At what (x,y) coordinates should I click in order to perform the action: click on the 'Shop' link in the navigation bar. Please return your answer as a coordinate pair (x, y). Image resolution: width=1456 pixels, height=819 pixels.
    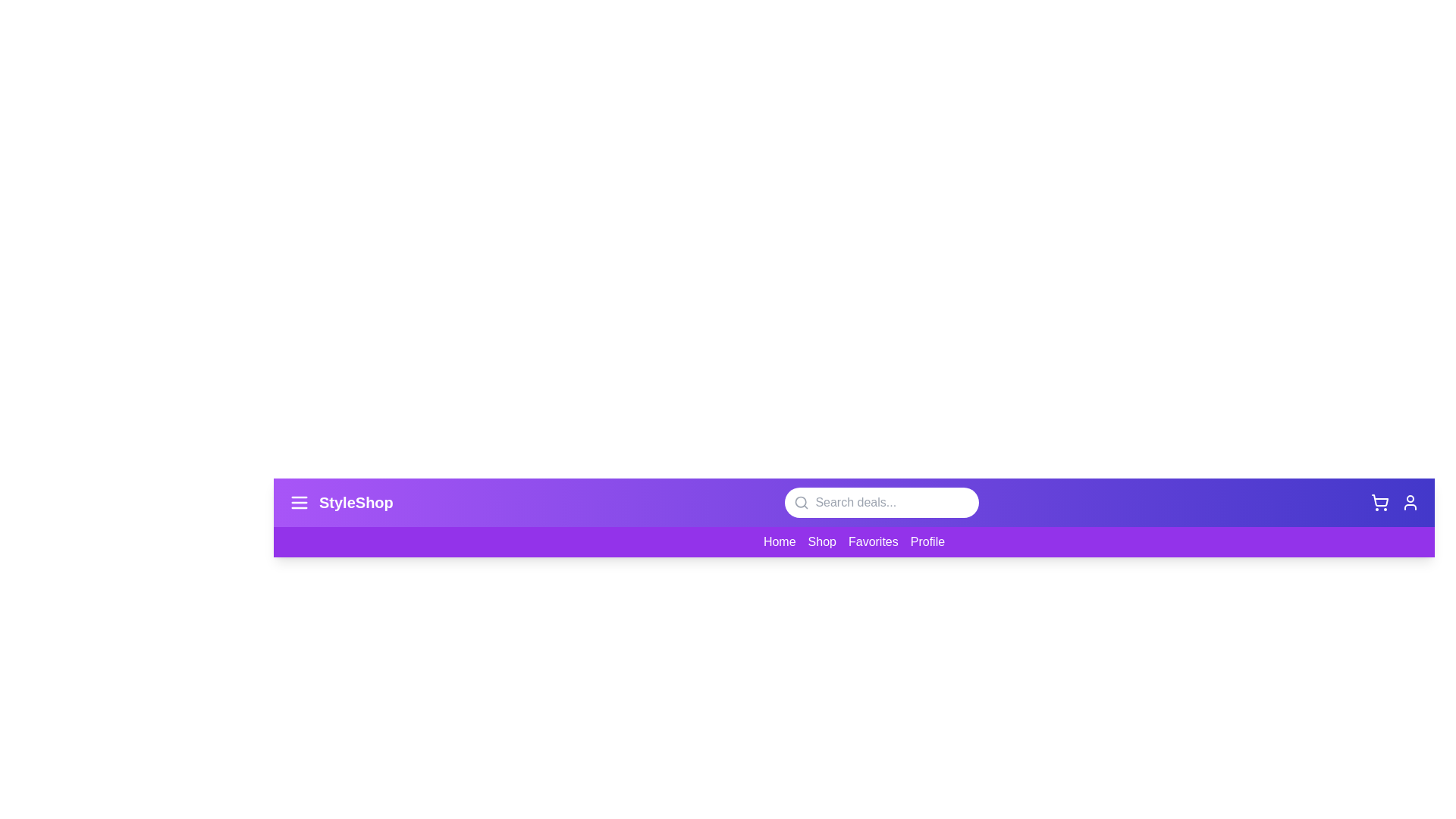
    Looking at the image, I should click on (821, 540).